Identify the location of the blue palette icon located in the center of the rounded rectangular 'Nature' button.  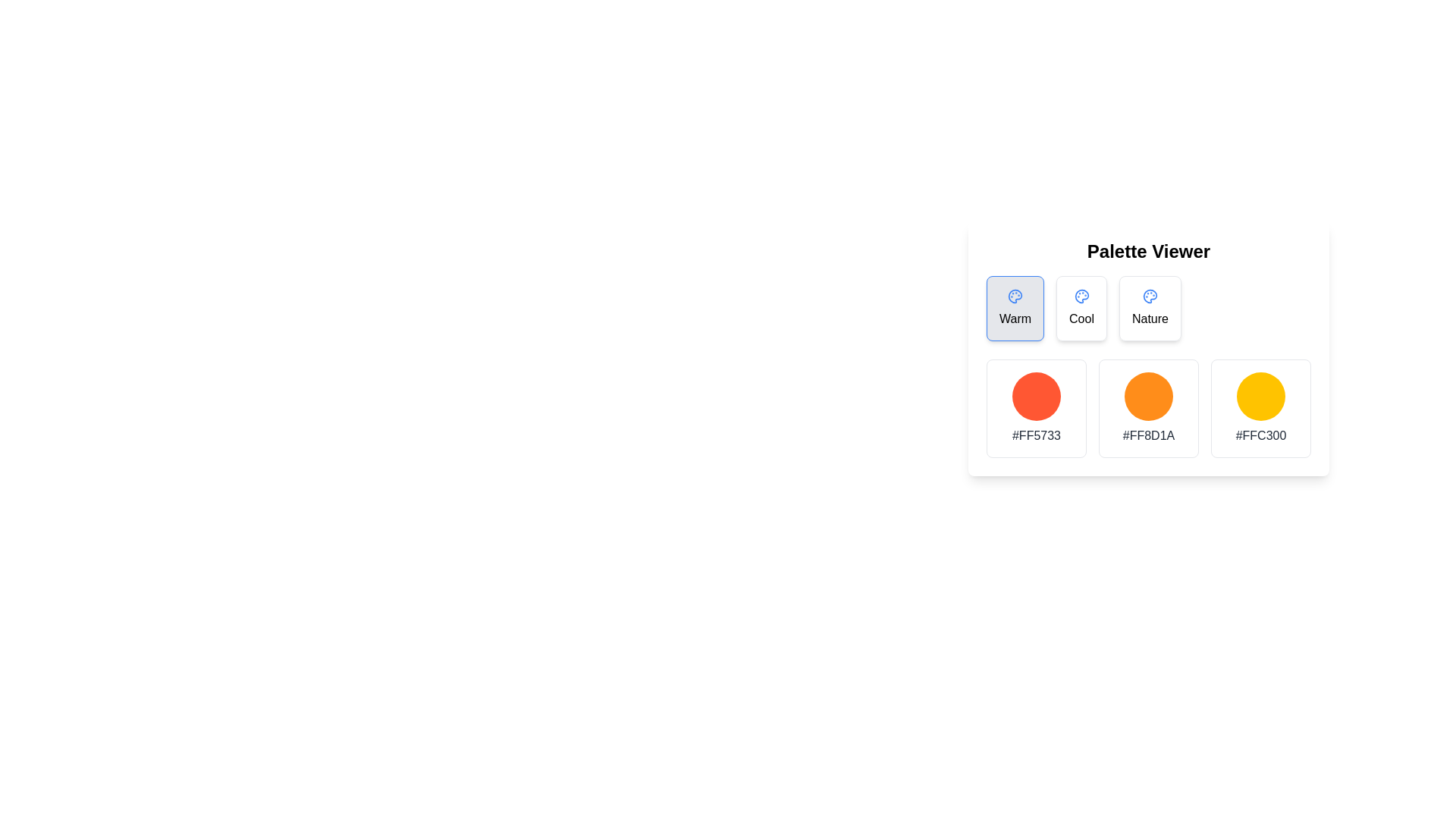
(1150, 296).